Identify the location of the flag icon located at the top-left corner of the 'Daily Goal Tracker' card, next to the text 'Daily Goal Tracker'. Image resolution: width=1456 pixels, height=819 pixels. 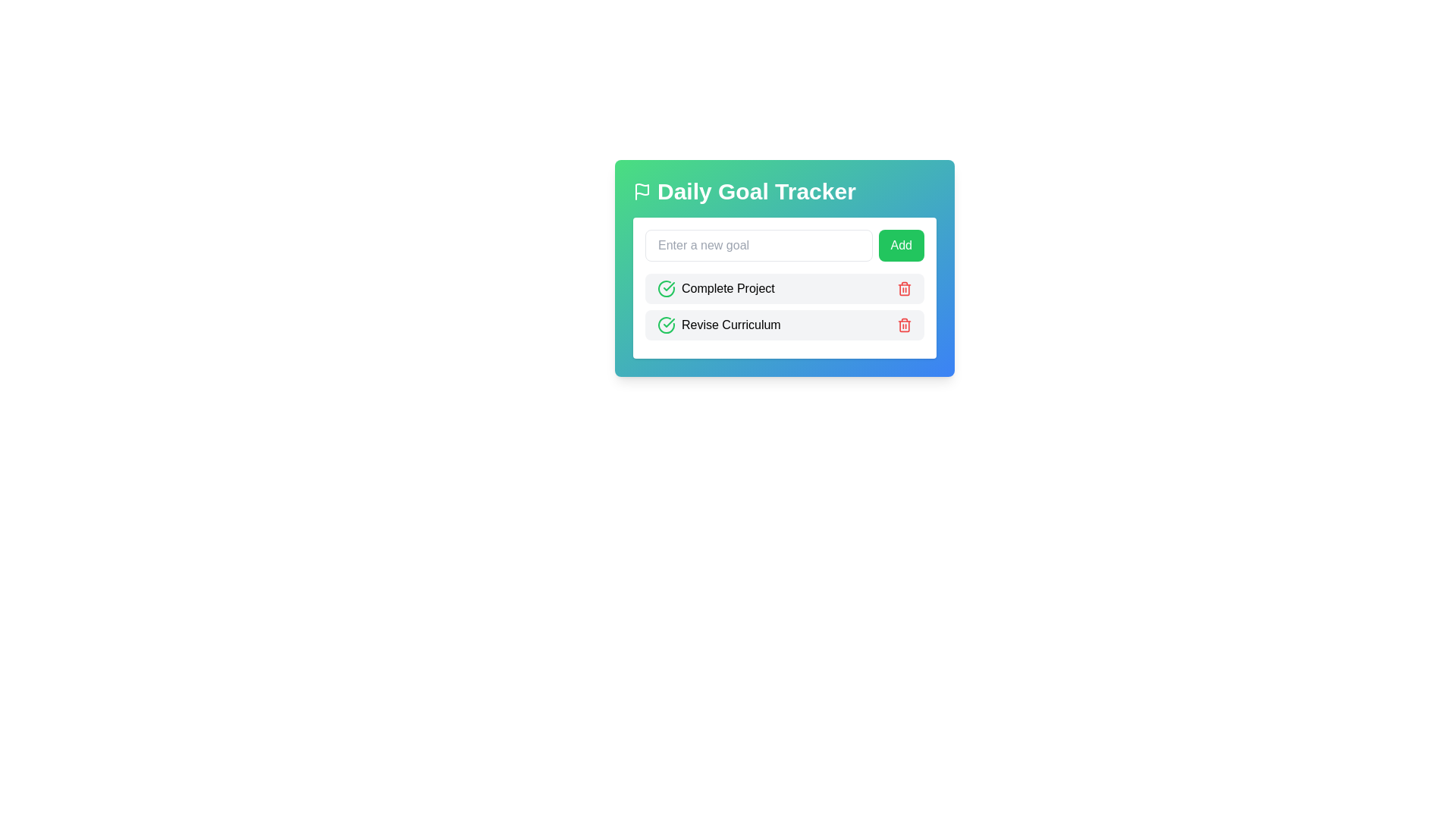
(642, 189).